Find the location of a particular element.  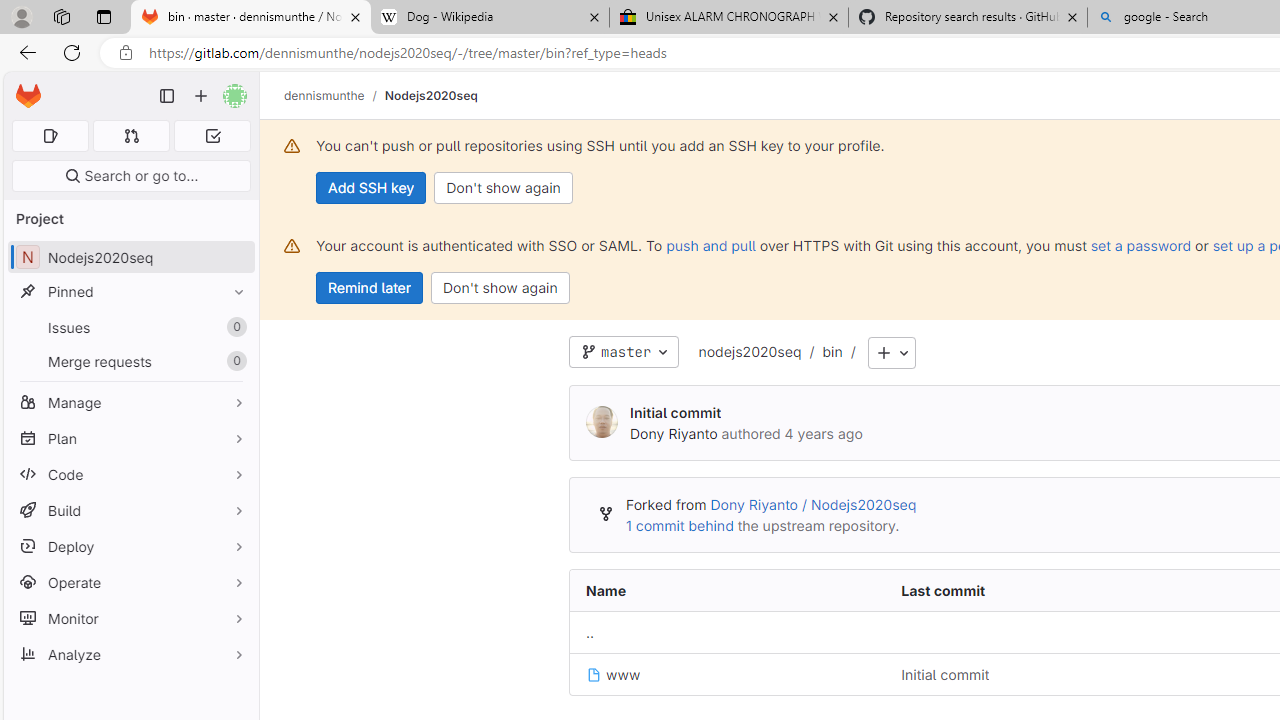

'Deploy' is located at coordinates (130, 546).